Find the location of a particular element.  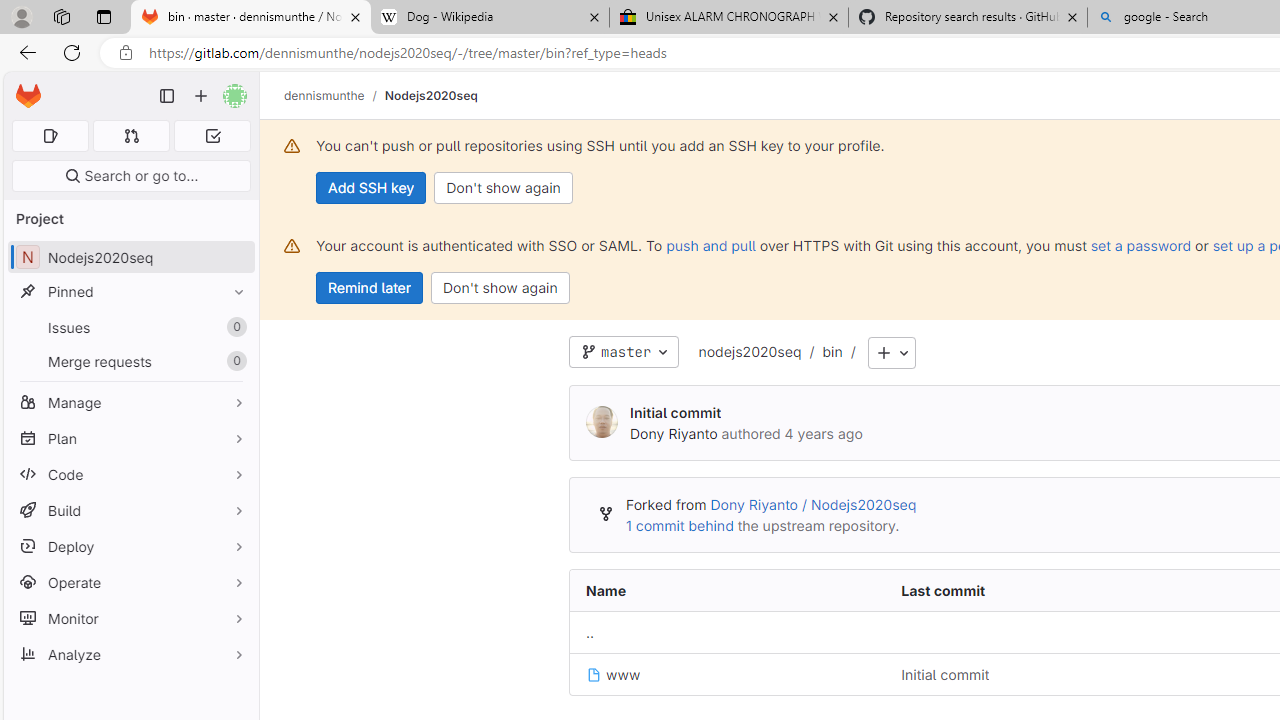

'Deploy' is located at coordinates (130, 546).